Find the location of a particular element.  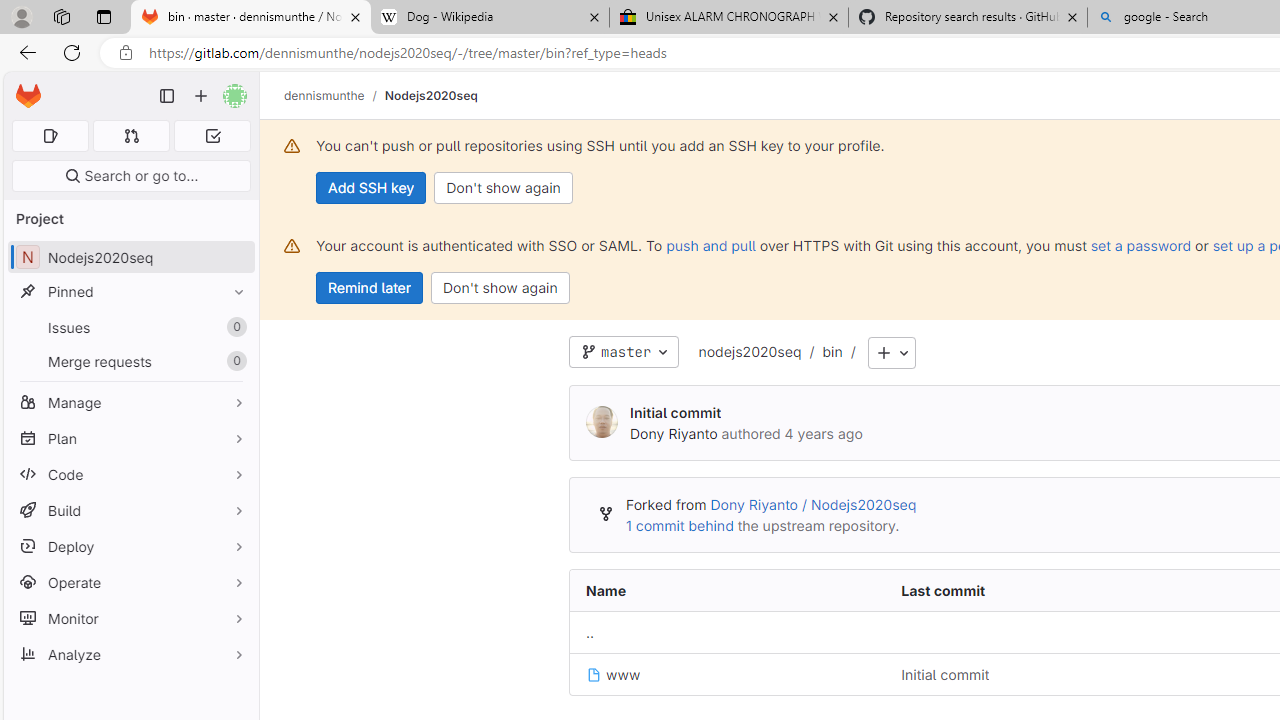

'Deploy' is located at coordinates (130, 546).